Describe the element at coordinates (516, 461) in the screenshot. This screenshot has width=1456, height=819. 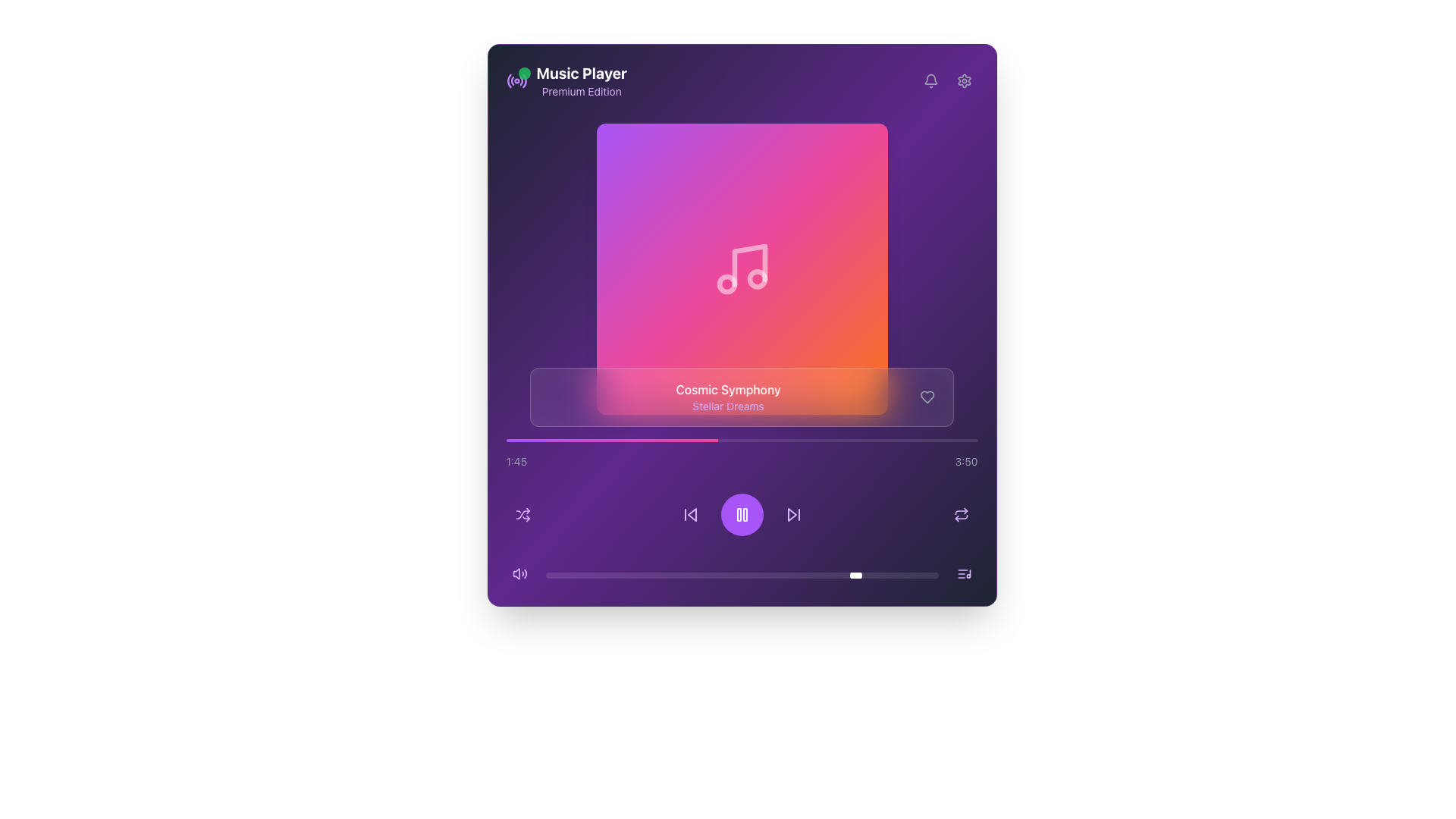
I see `the text label indicating the currently elapsed playback time on the far left of the music player's progress section` at that location.